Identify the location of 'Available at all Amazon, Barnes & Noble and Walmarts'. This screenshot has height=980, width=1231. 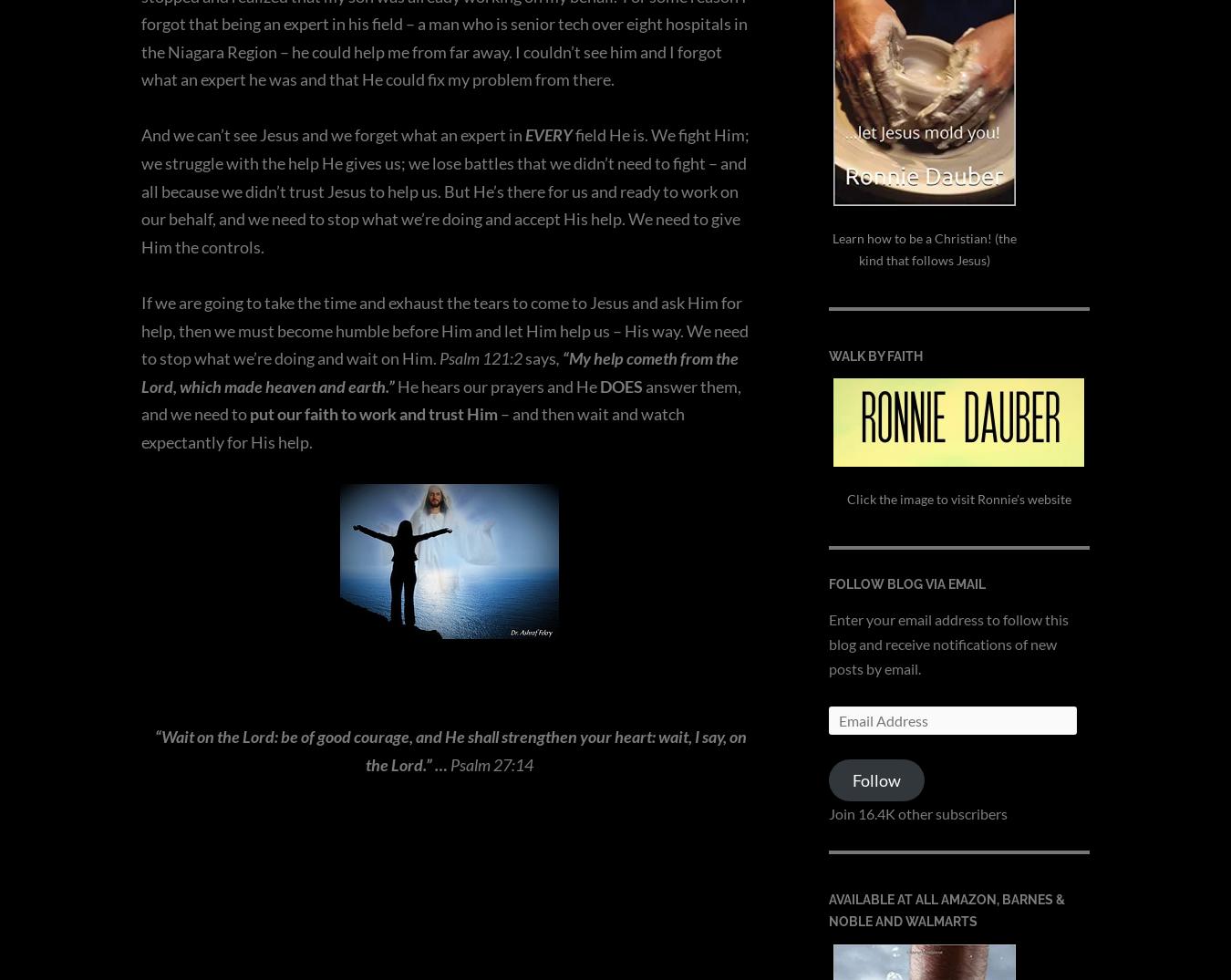
(947, 909).